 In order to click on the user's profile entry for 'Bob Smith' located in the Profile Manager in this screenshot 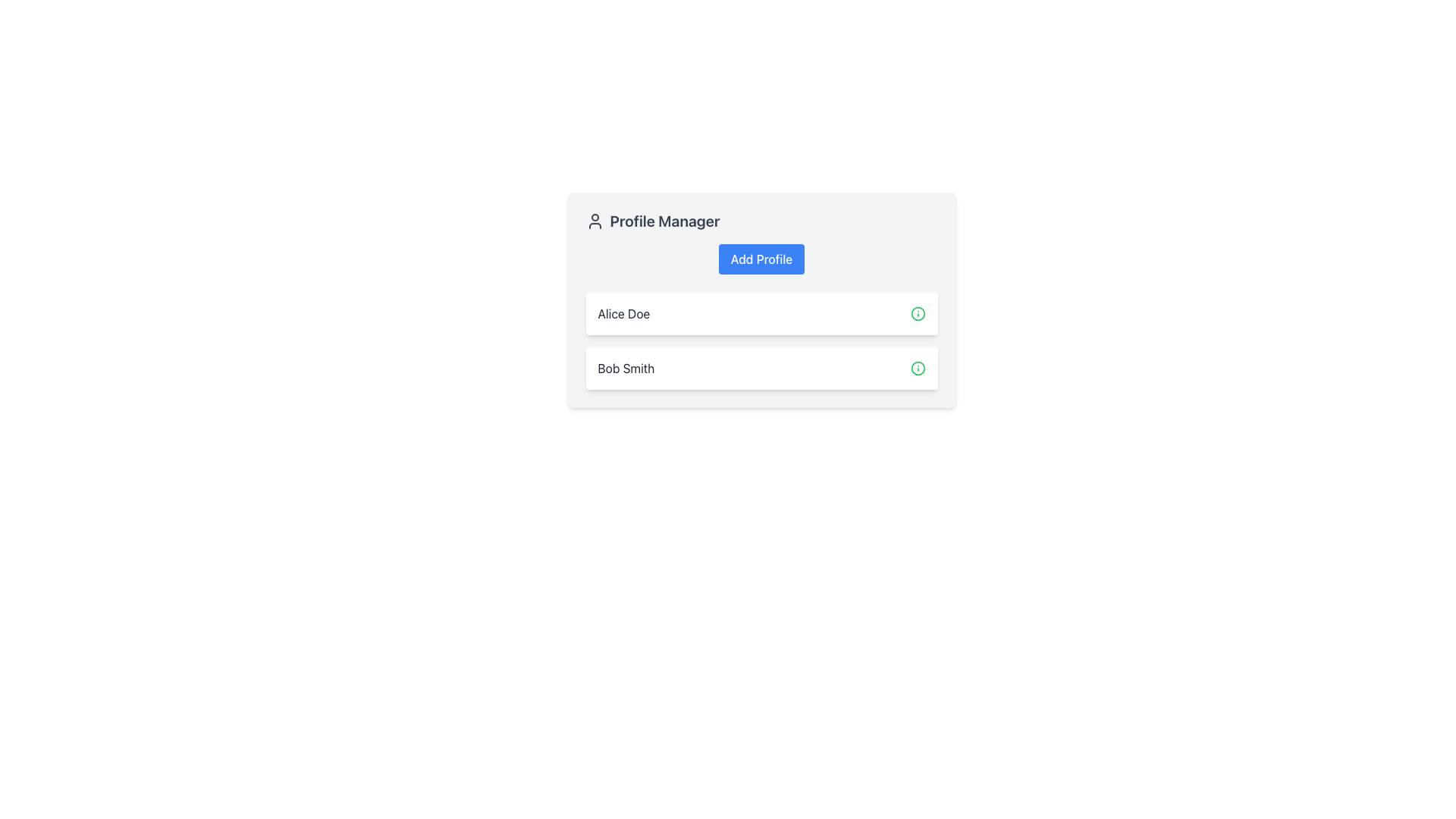, I will do `click(761, 369)`.